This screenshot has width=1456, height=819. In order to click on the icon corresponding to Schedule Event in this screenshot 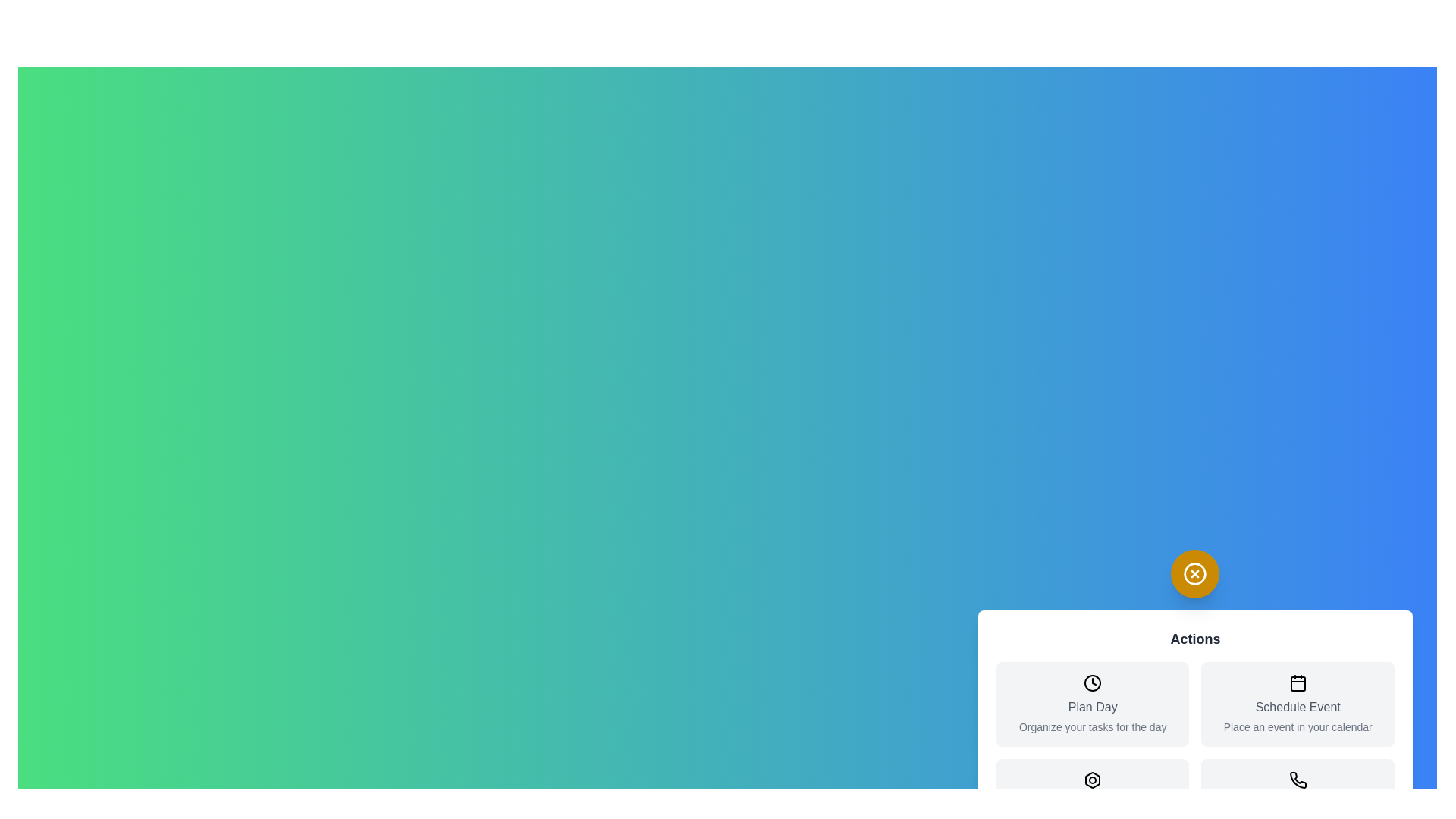, I will do `click(1296, 683)`.